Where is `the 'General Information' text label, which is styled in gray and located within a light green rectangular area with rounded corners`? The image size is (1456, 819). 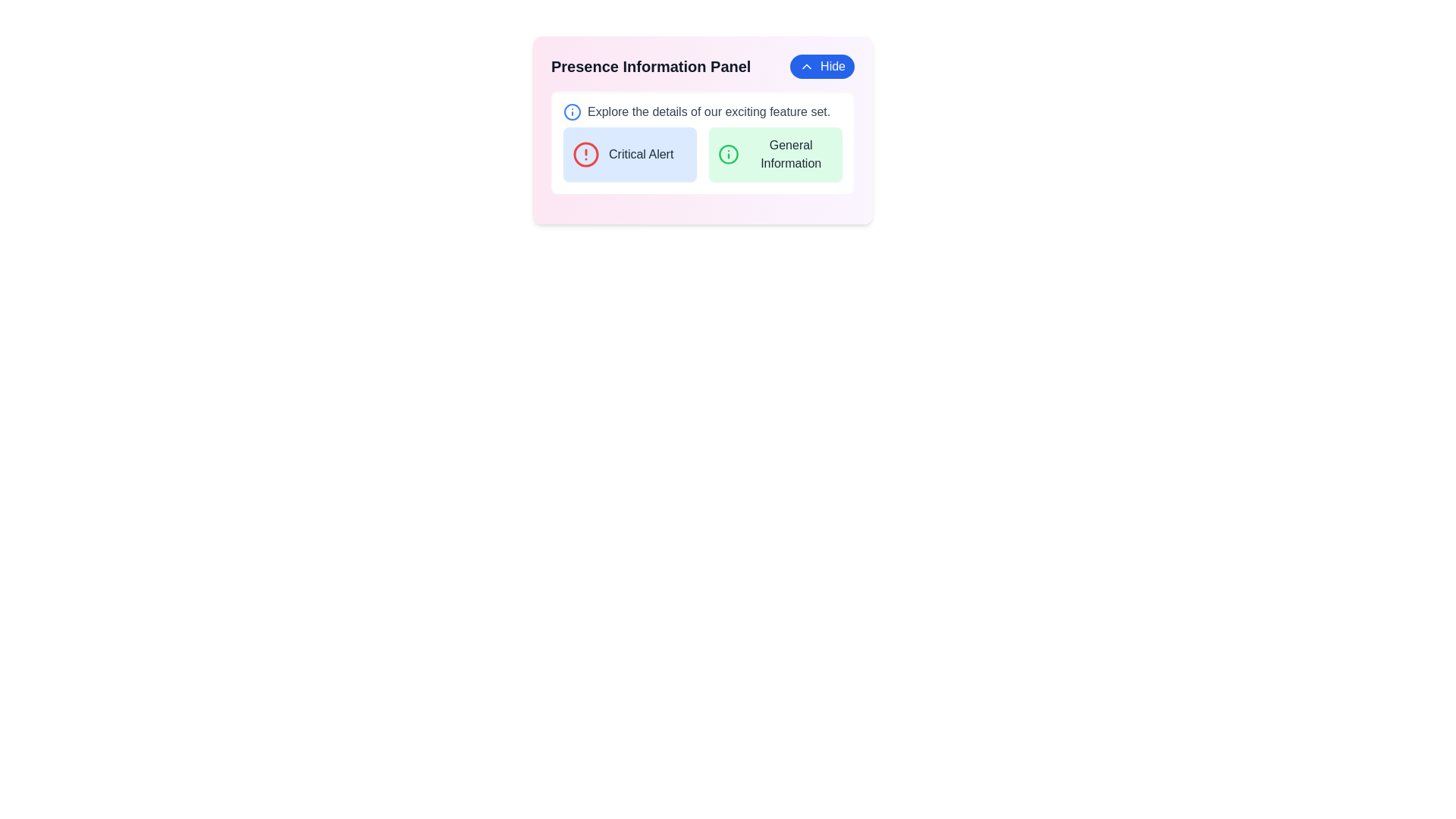 the 'General Information' text label, which is styled in gray and located within a light green rectangular area with rounded corners is located at coordinates (790, 155).